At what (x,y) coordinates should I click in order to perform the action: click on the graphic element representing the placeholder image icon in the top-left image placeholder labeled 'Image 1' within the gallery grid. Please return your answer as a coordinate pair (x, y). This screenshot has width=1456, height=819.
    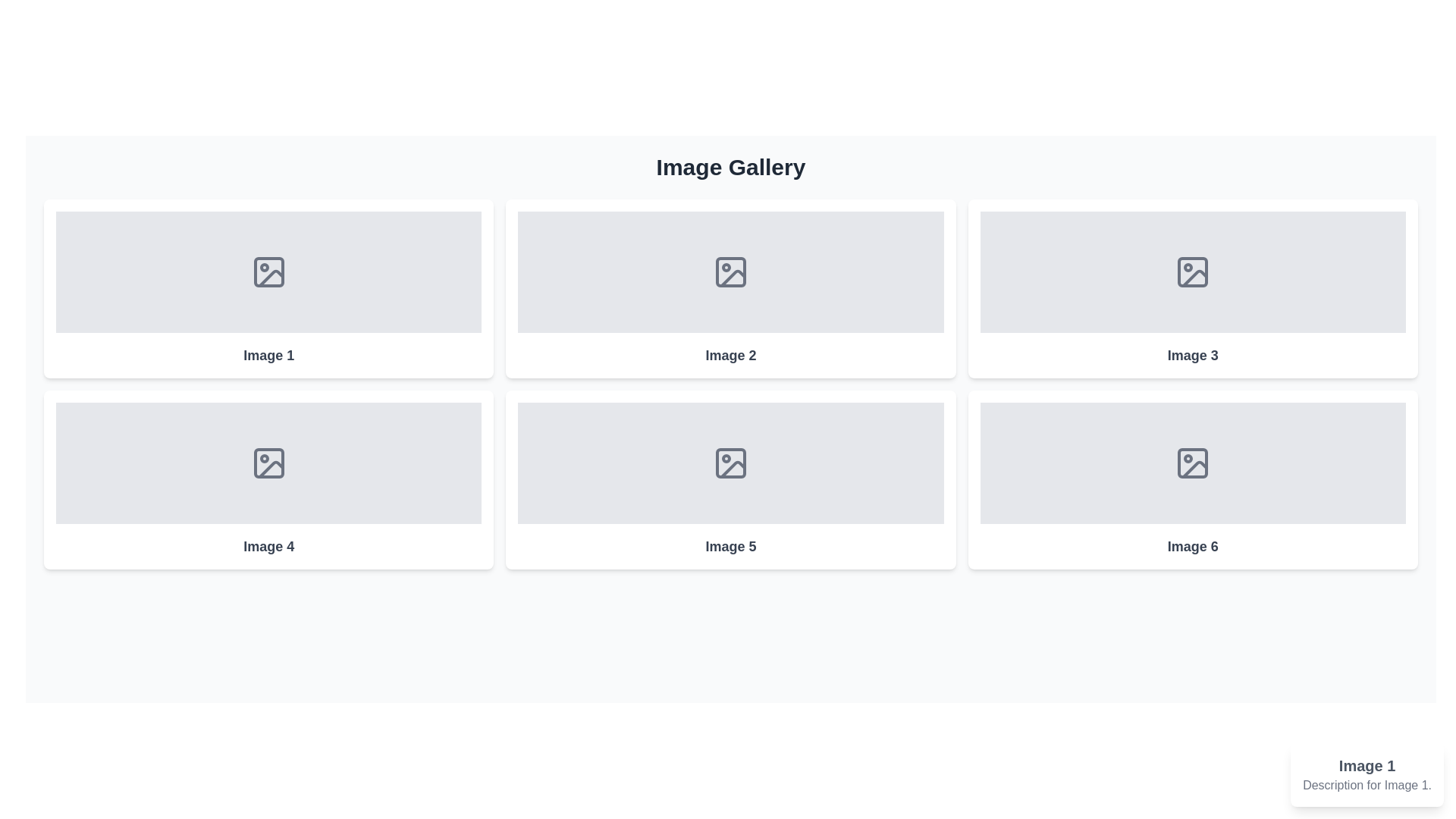
    Looking at the image, I should click on (271, 278).